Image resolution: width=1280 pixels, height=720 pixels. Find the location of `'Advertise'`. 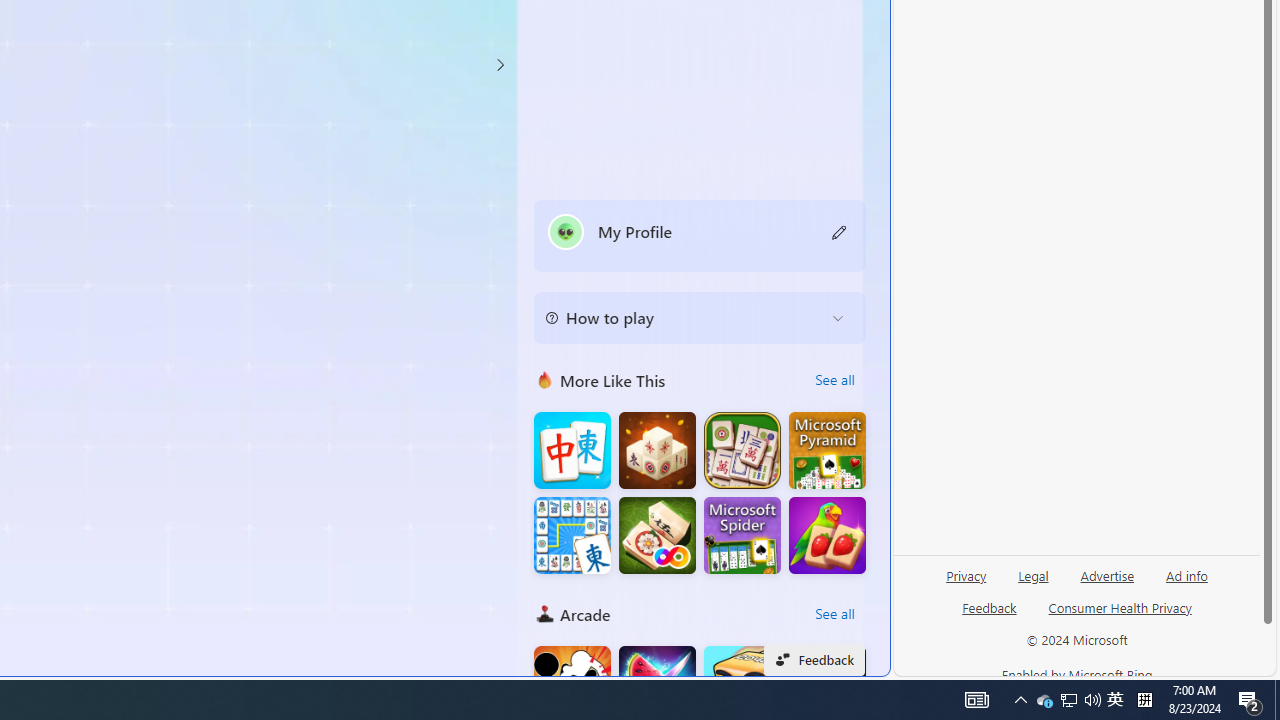

'Advertise' is located at coordinates (1106, 574).